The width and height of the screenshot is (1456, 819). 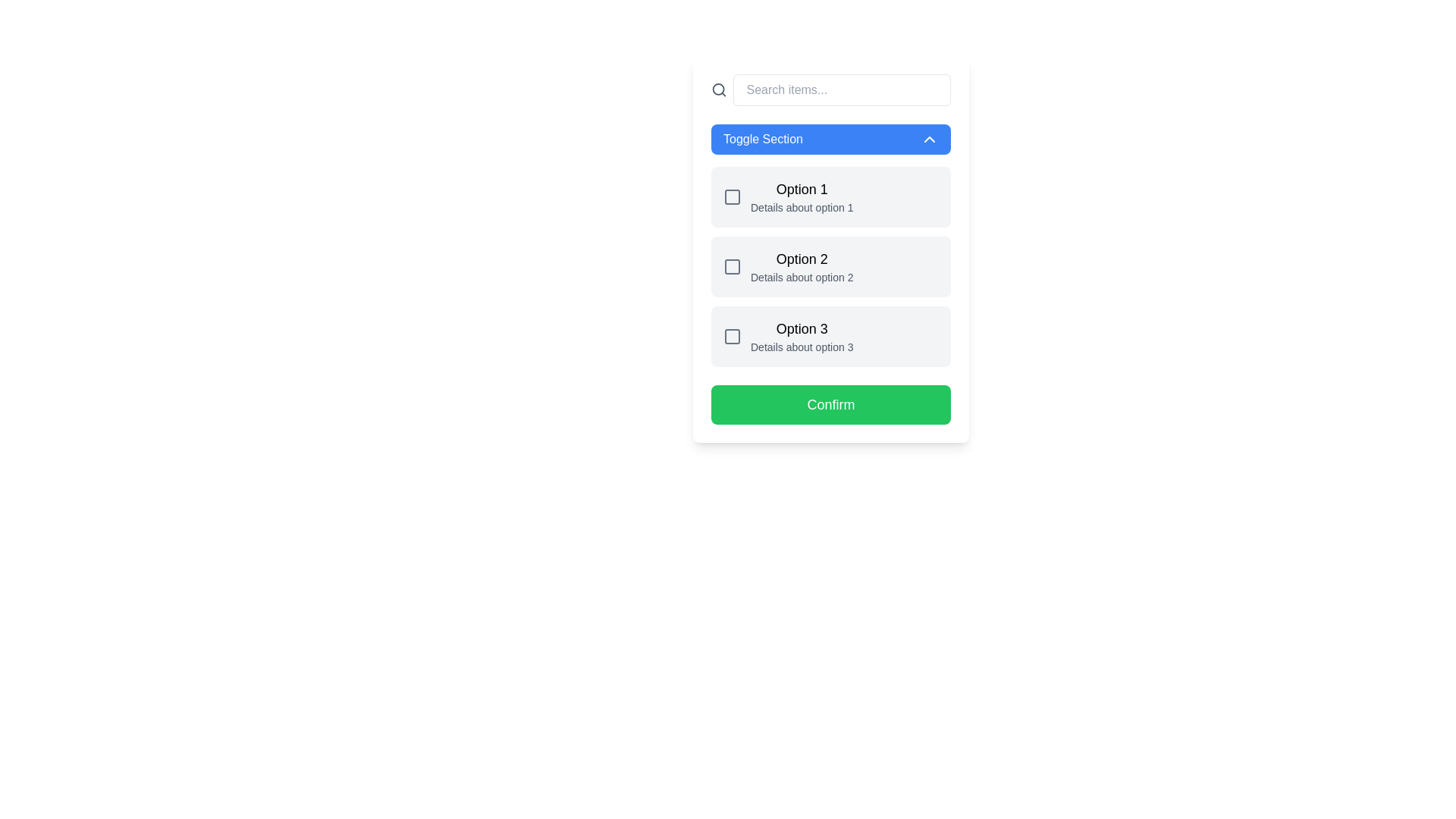 I want to click on the checkbox for 'Option 1', so click(x=830, y=196).